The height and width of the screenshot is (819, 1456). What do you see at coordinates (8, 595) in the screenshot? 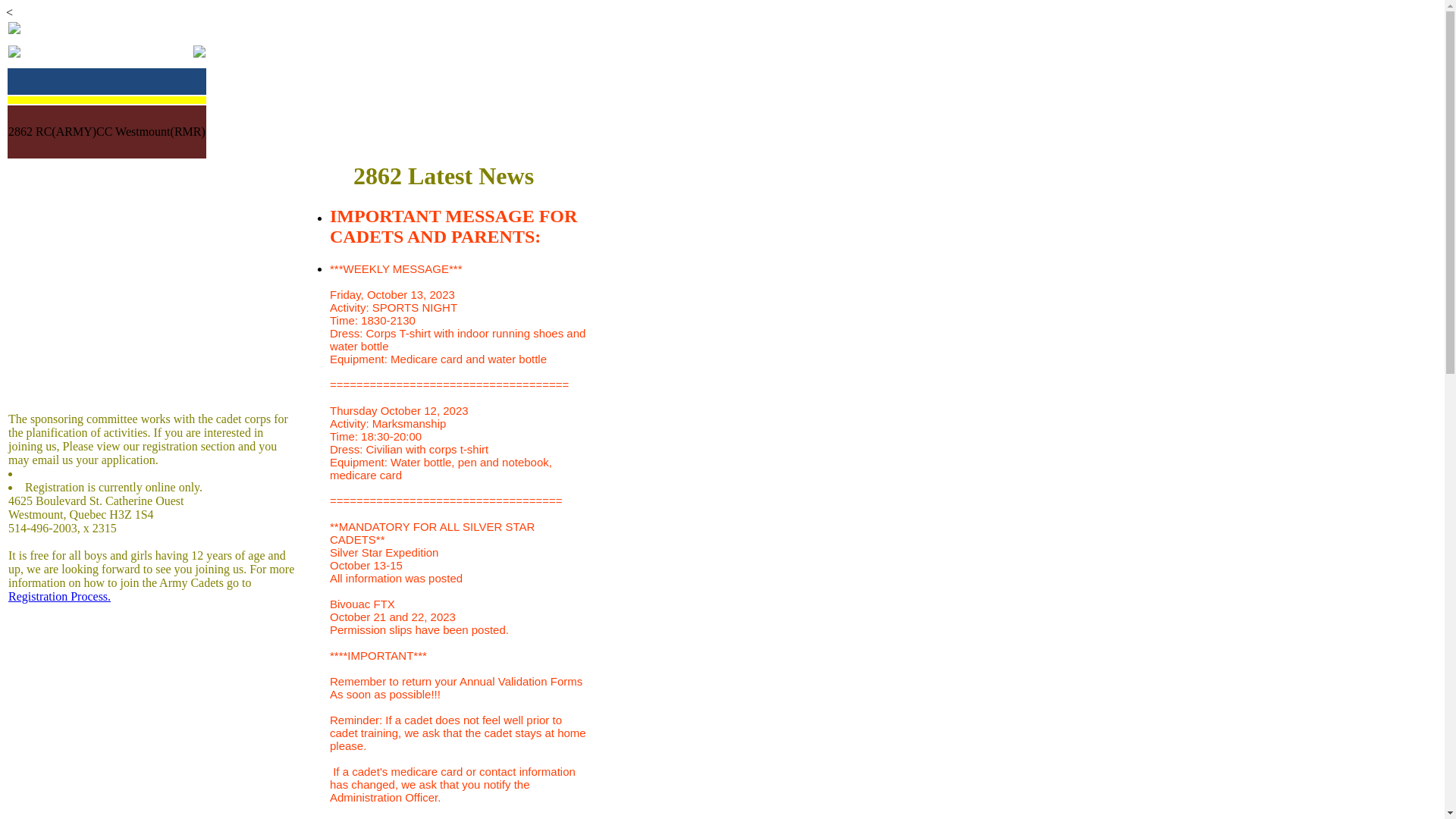
I see `'Registration Process.'` at bounding box center [8, 595].